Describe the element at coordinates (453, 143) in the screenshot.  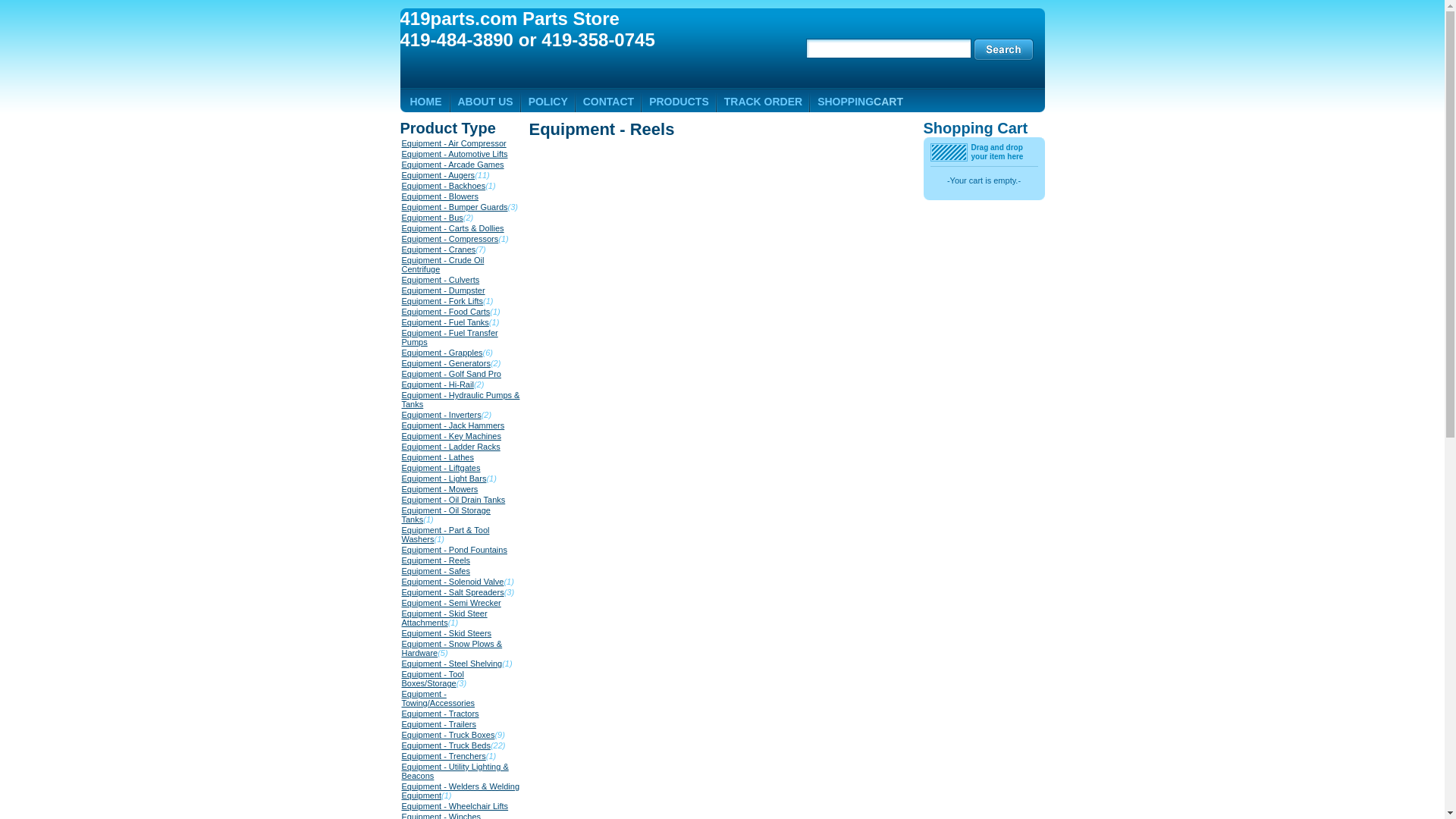
I see `'Equipment - Air Compressor'` at that location.